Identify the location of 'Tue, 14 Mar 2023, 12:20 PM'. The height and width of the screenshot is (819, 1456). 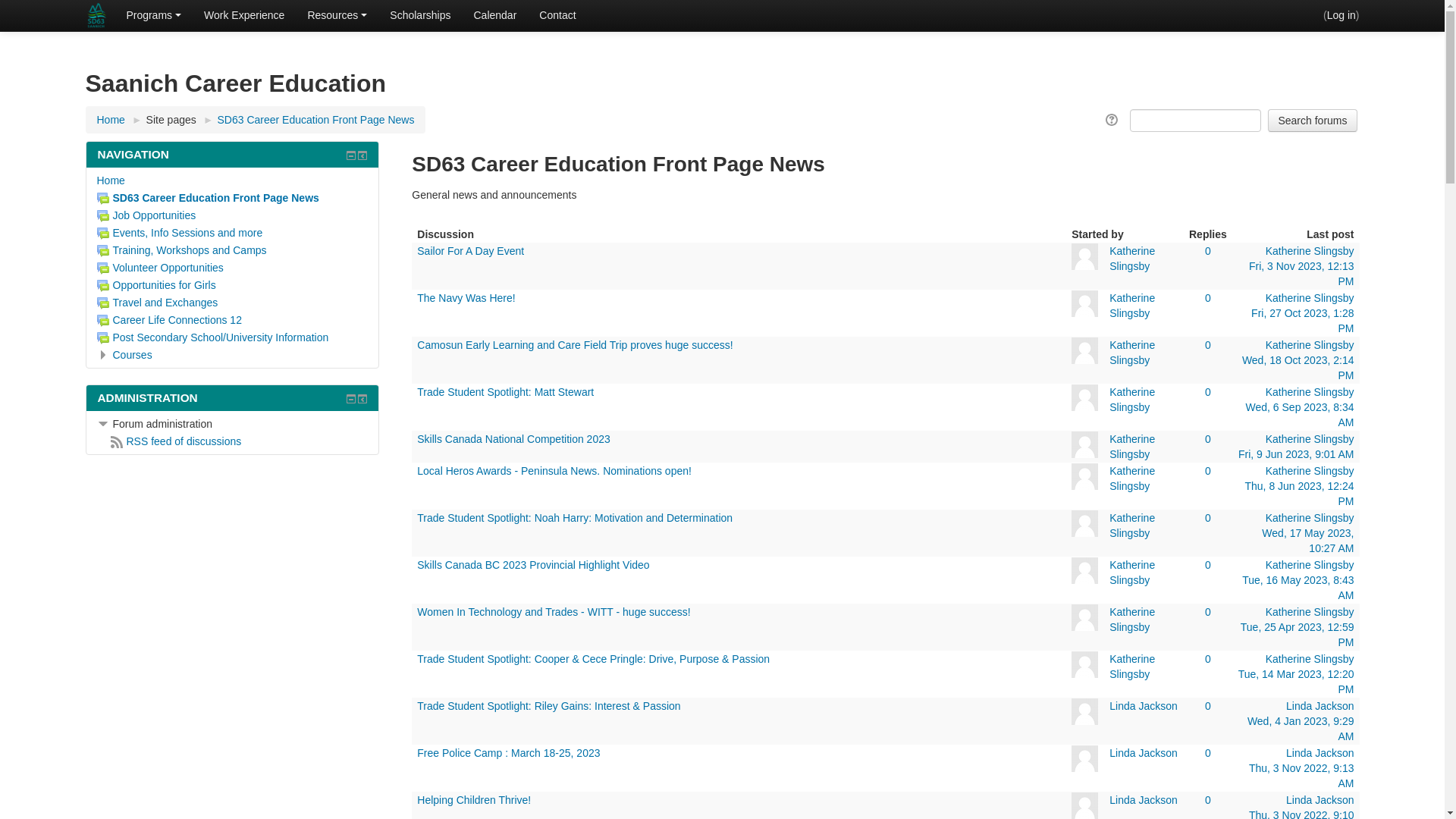
(1295, 680).